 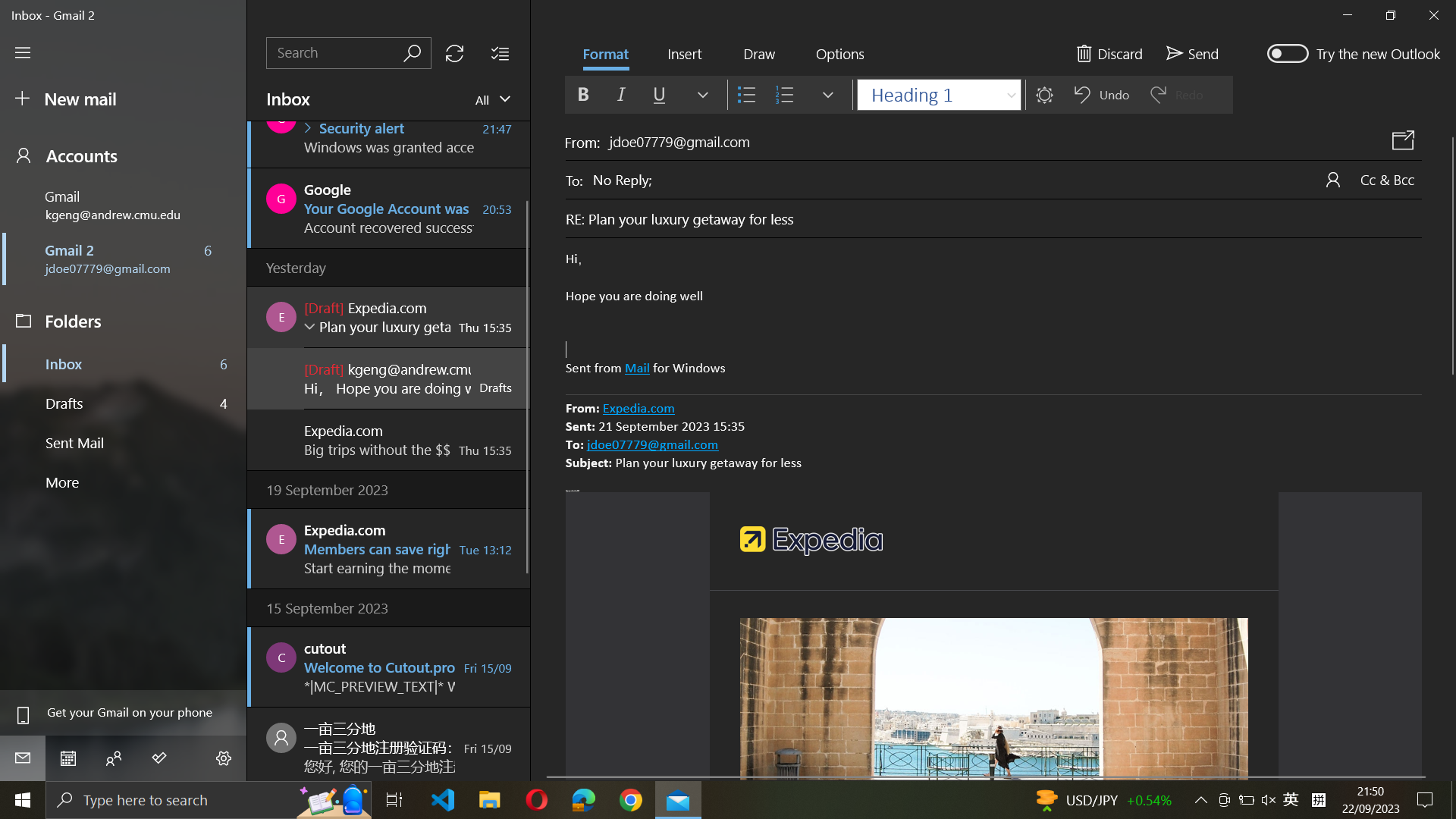 What do you see at coordinates (1190, 52) in the screenshot?
I see `Forward the draft email` at bounding box center [1190, 52].